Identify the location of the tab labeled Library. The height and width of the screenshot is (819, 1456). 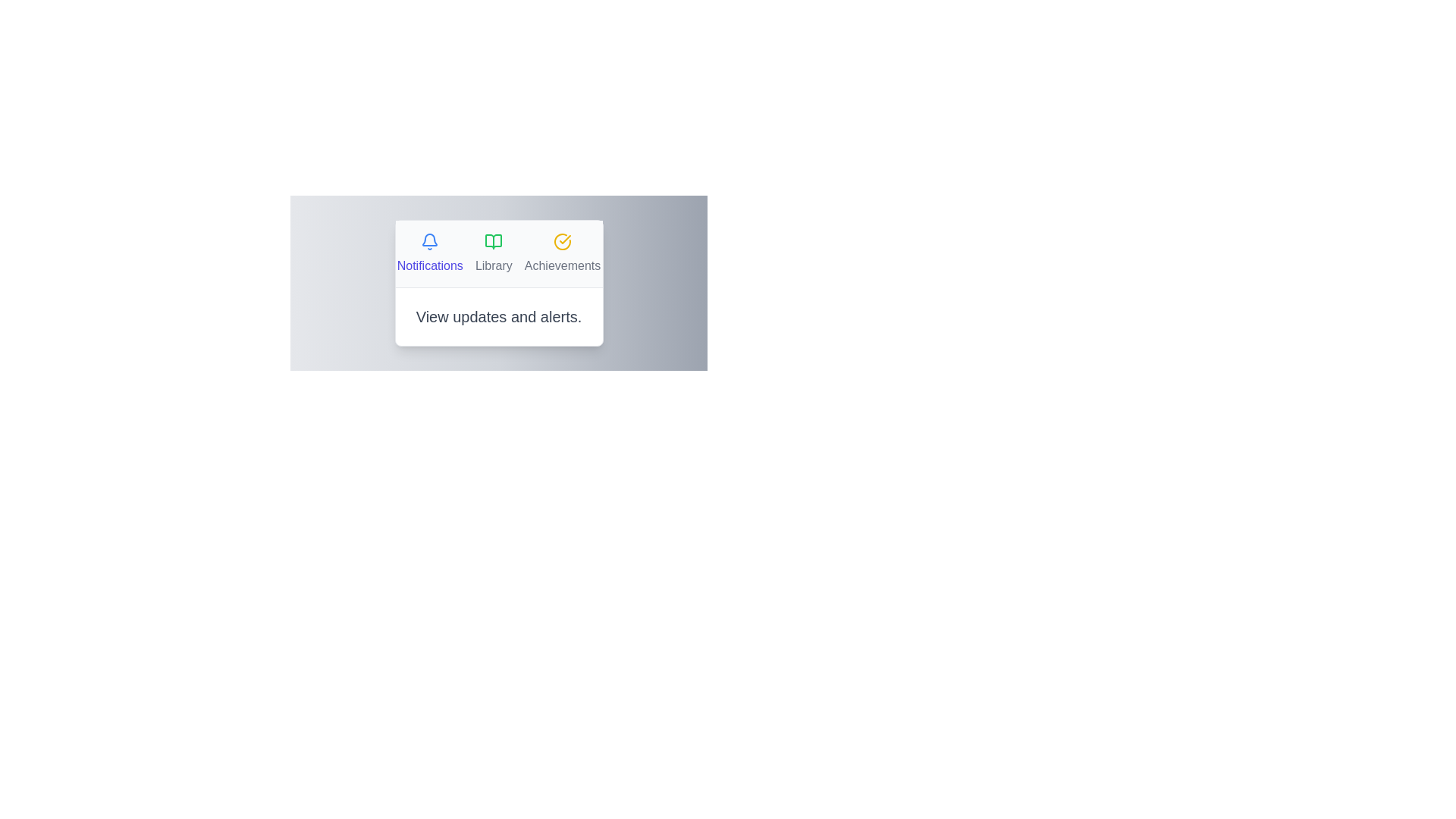
(494, 253).